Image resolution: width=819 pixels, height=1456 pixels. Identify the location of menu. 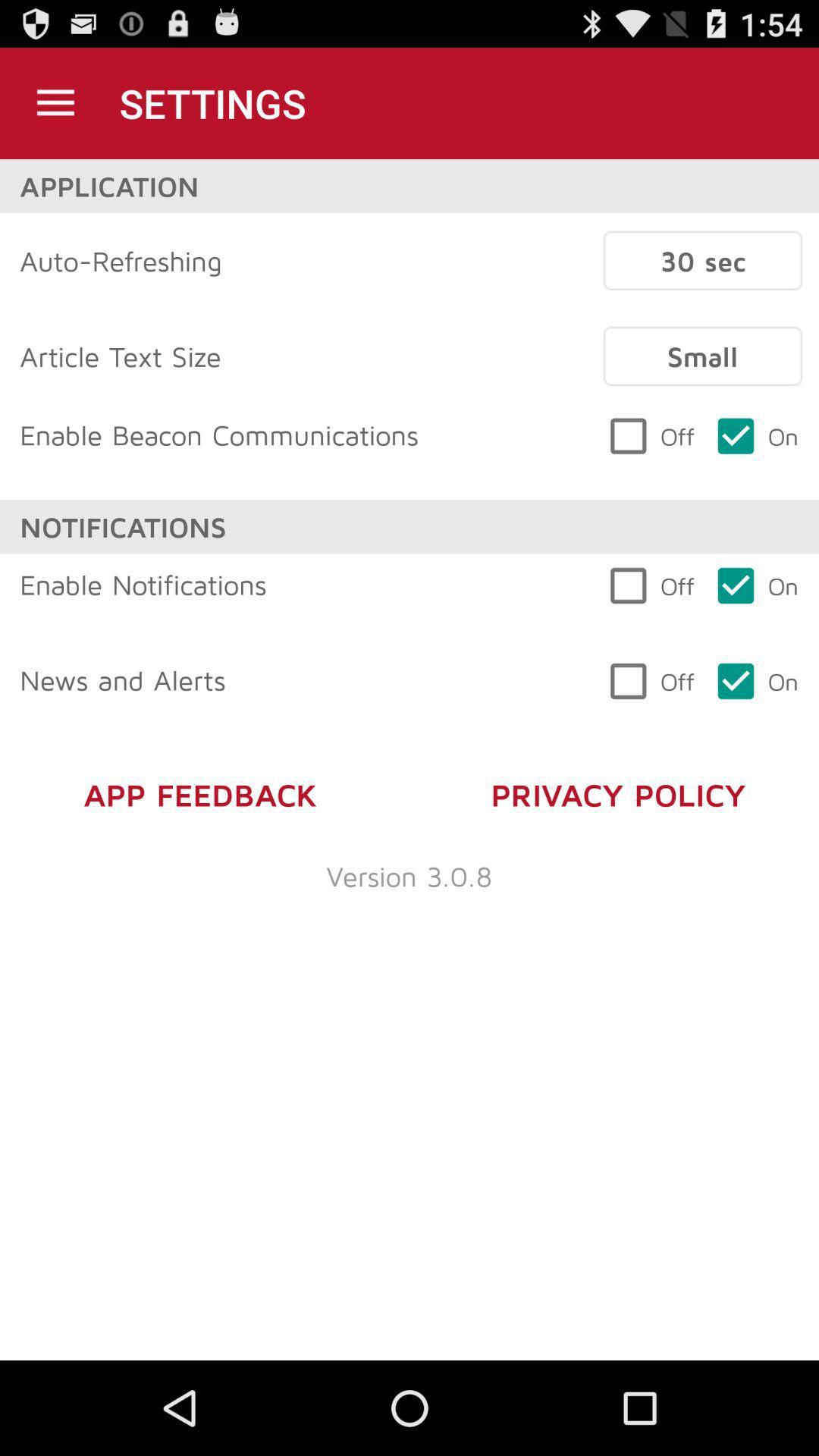
(55, 102).